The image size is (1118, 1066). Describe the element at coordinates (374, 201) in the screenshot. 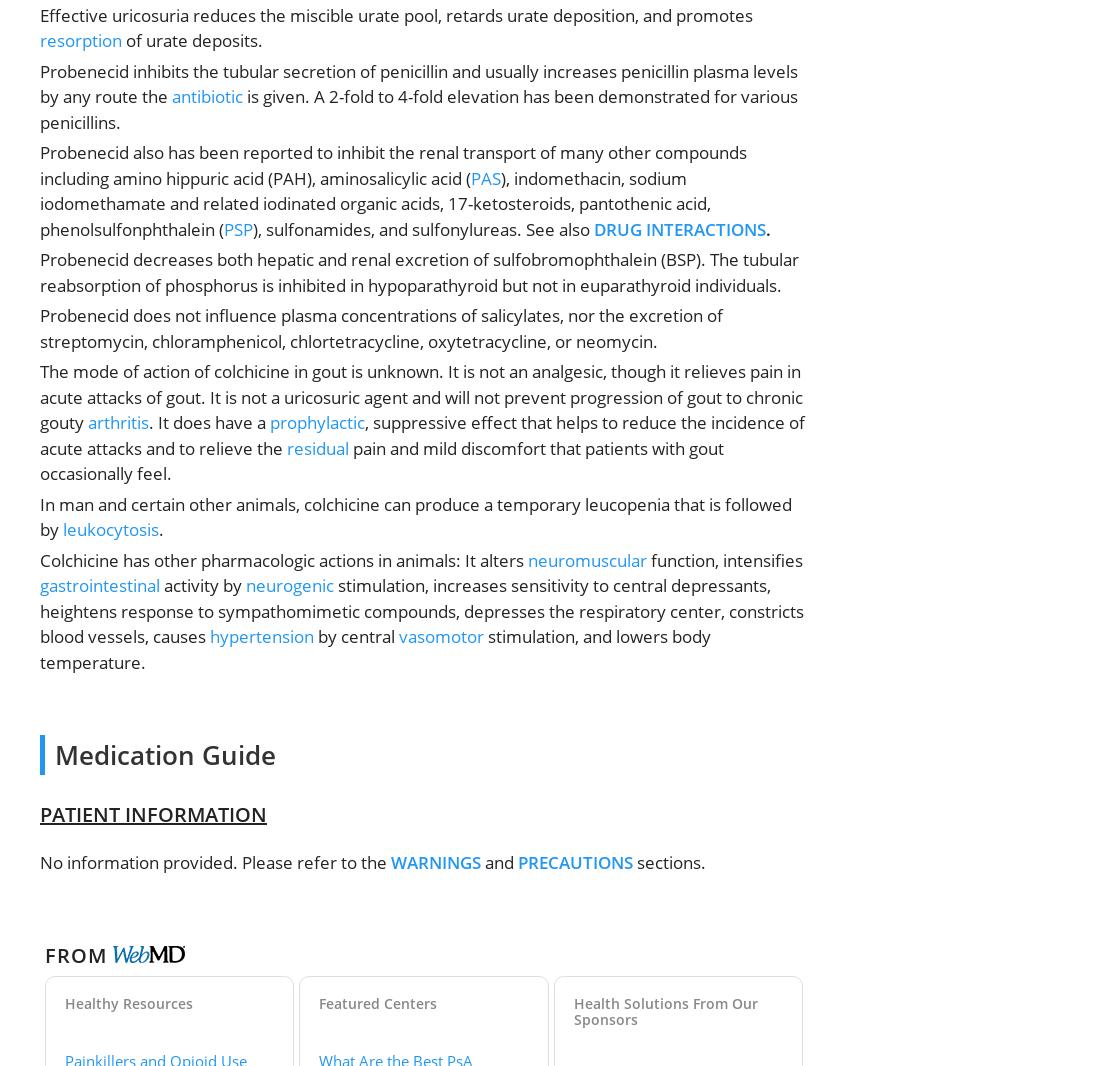

I see `'), indomethacin, 
  sodium iodomethamate and related iodinated organic acids, 17-ketosteroids, pantothenic 
  acid, phenolsulfonphthalein ('` at that location.